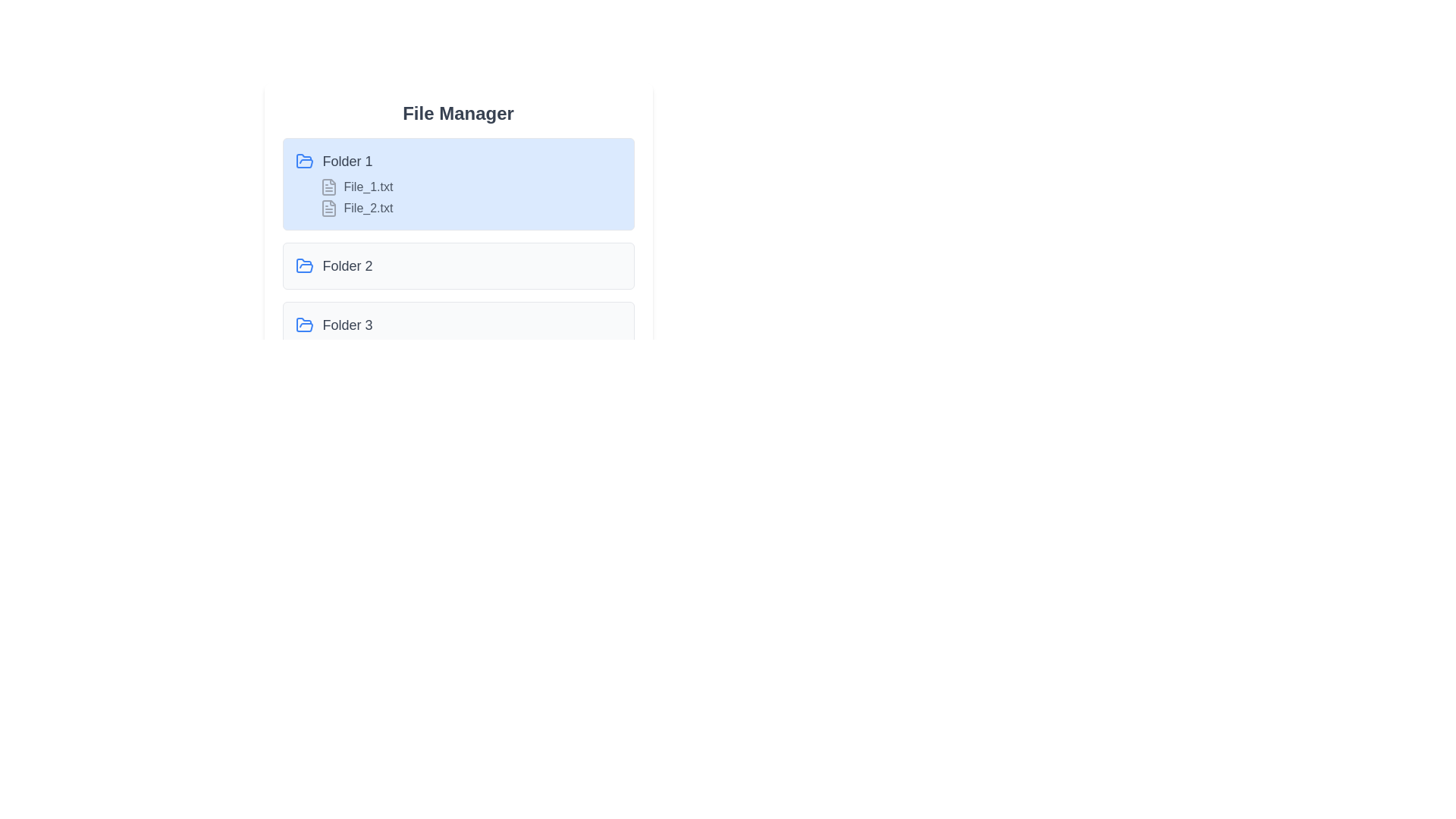  I want to click on the blue folder icon located at the leftmost position, so click(303, 265).